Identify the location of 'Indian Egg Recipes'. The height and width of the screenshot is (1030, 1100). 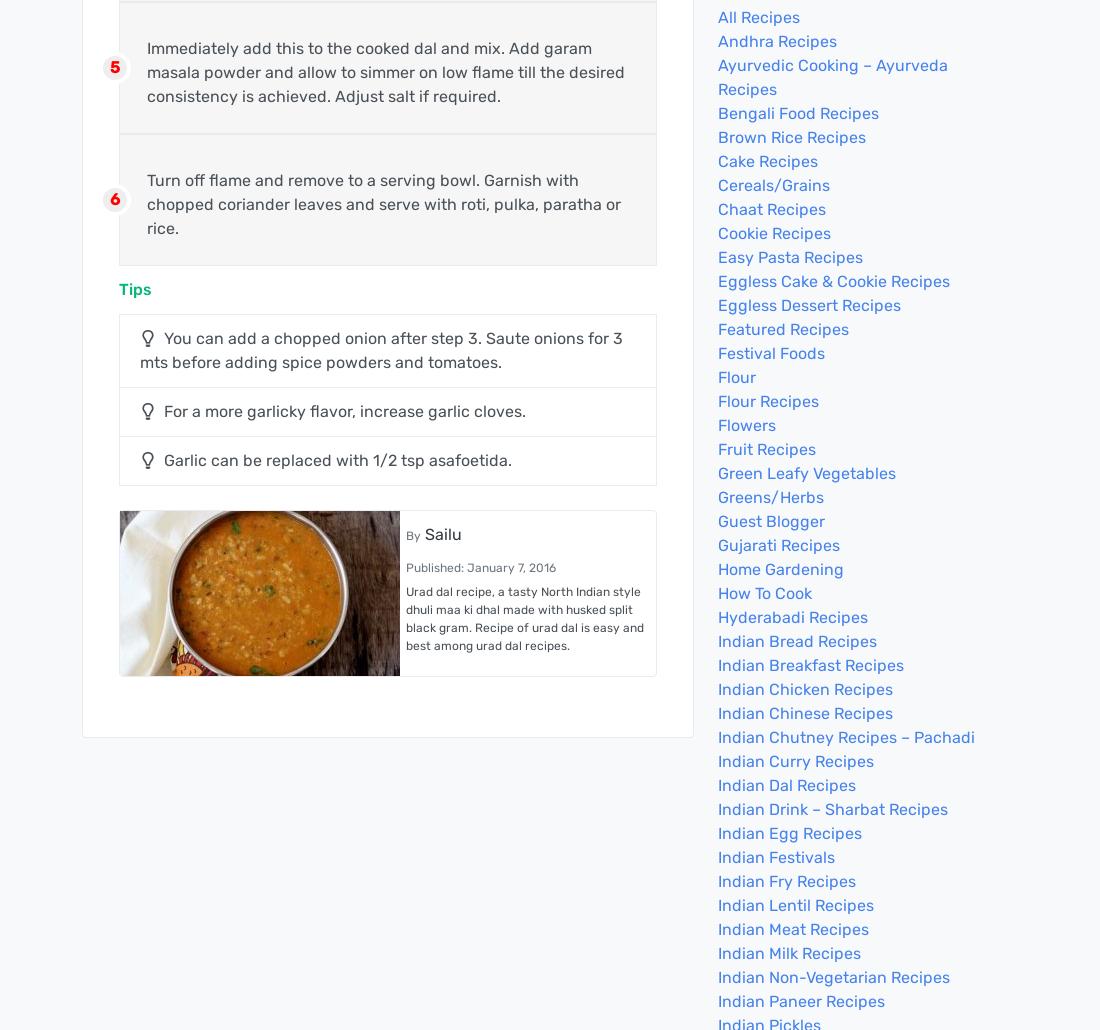
(790, 832).